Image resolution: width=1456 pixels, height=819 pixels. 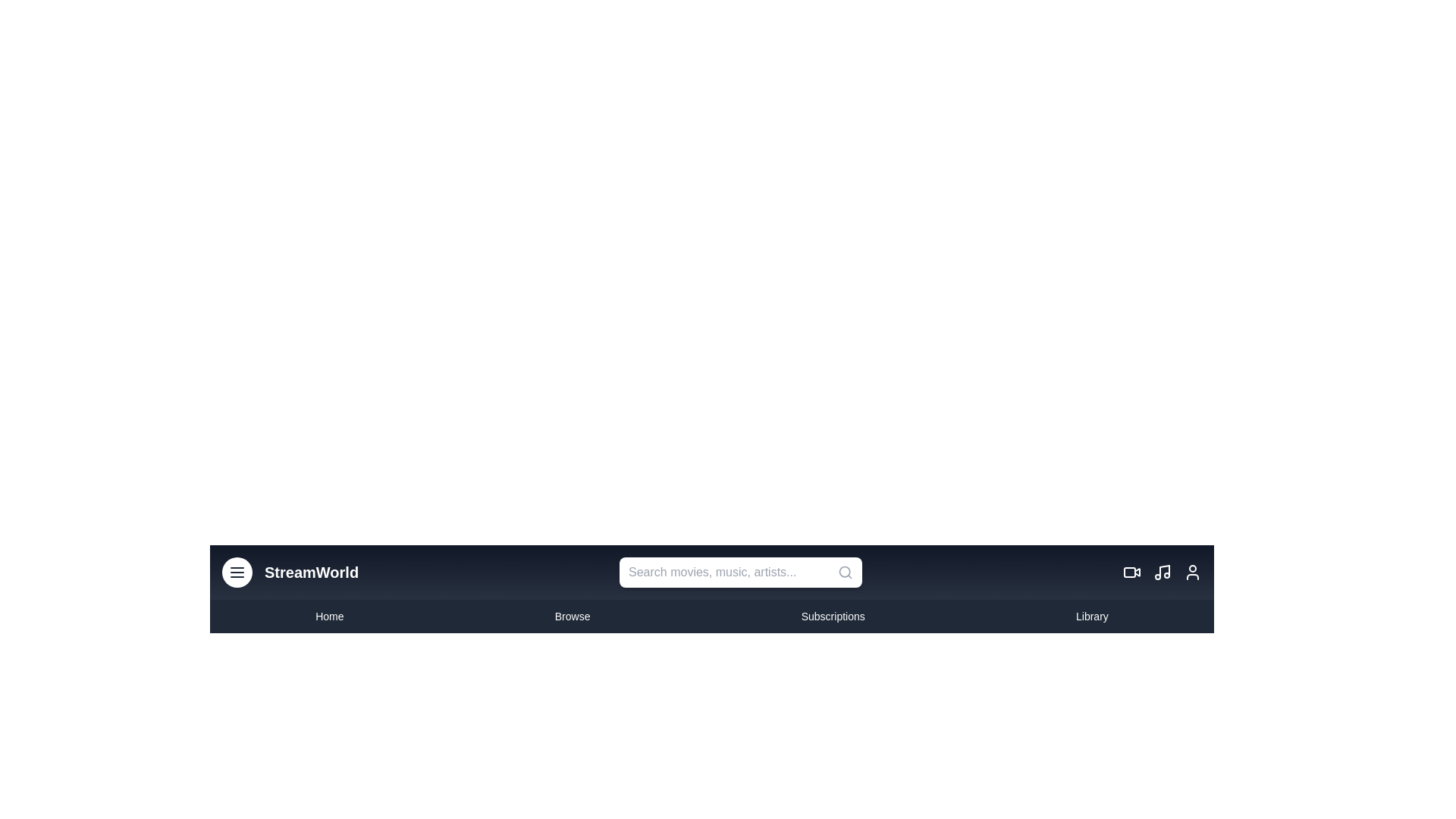 I want to click on the 'Video' icon to access video-related features, so click(x=1131, y=573).